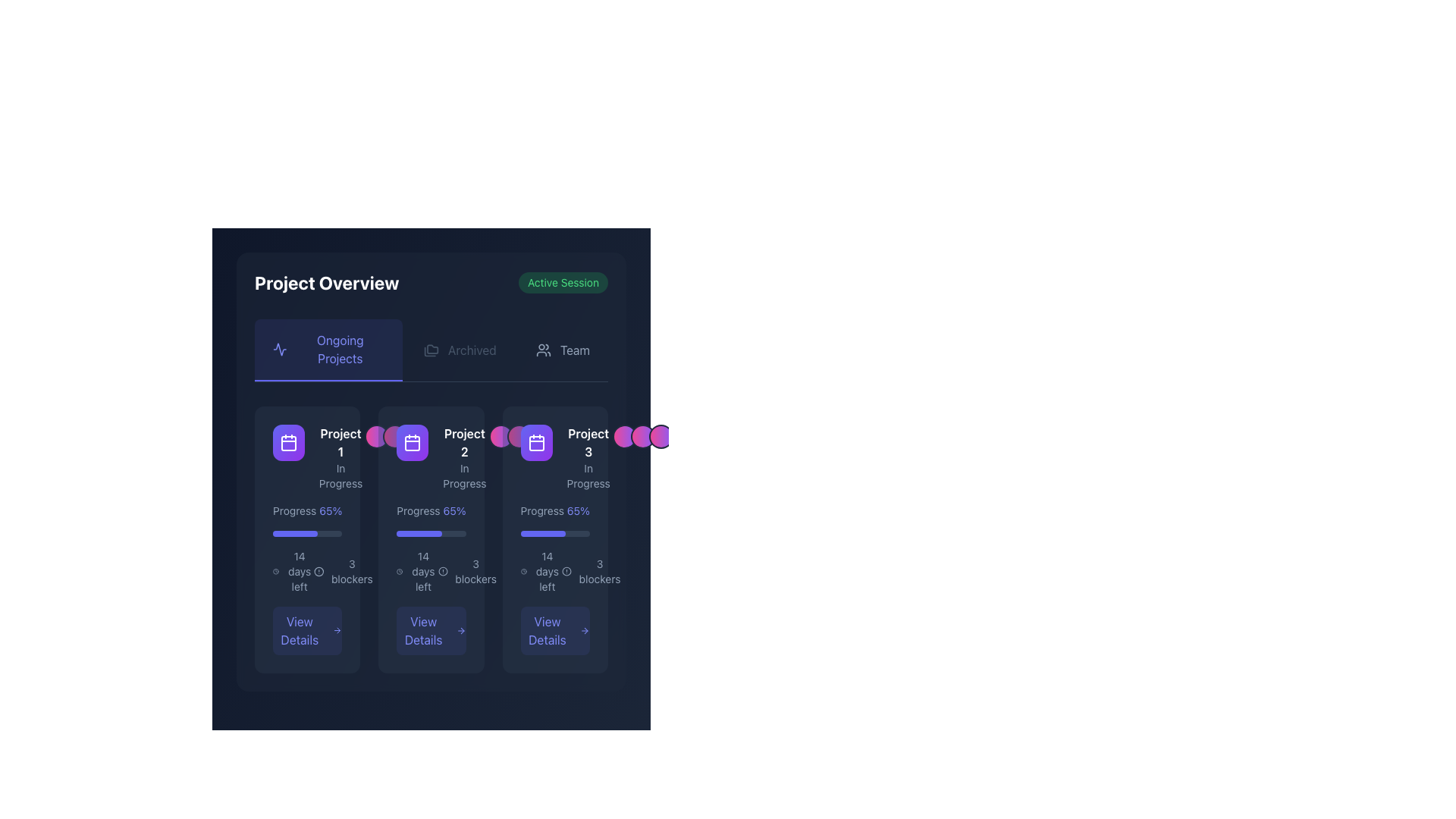 The image size is (1456, 819). What do you see at coordinates (546, 571) in the screenshot?
I see `the status indicator text label located in the lower portion of the 'Project 3' card, below the progress bar and next to the clock icon` at bounding box center [546, 571].